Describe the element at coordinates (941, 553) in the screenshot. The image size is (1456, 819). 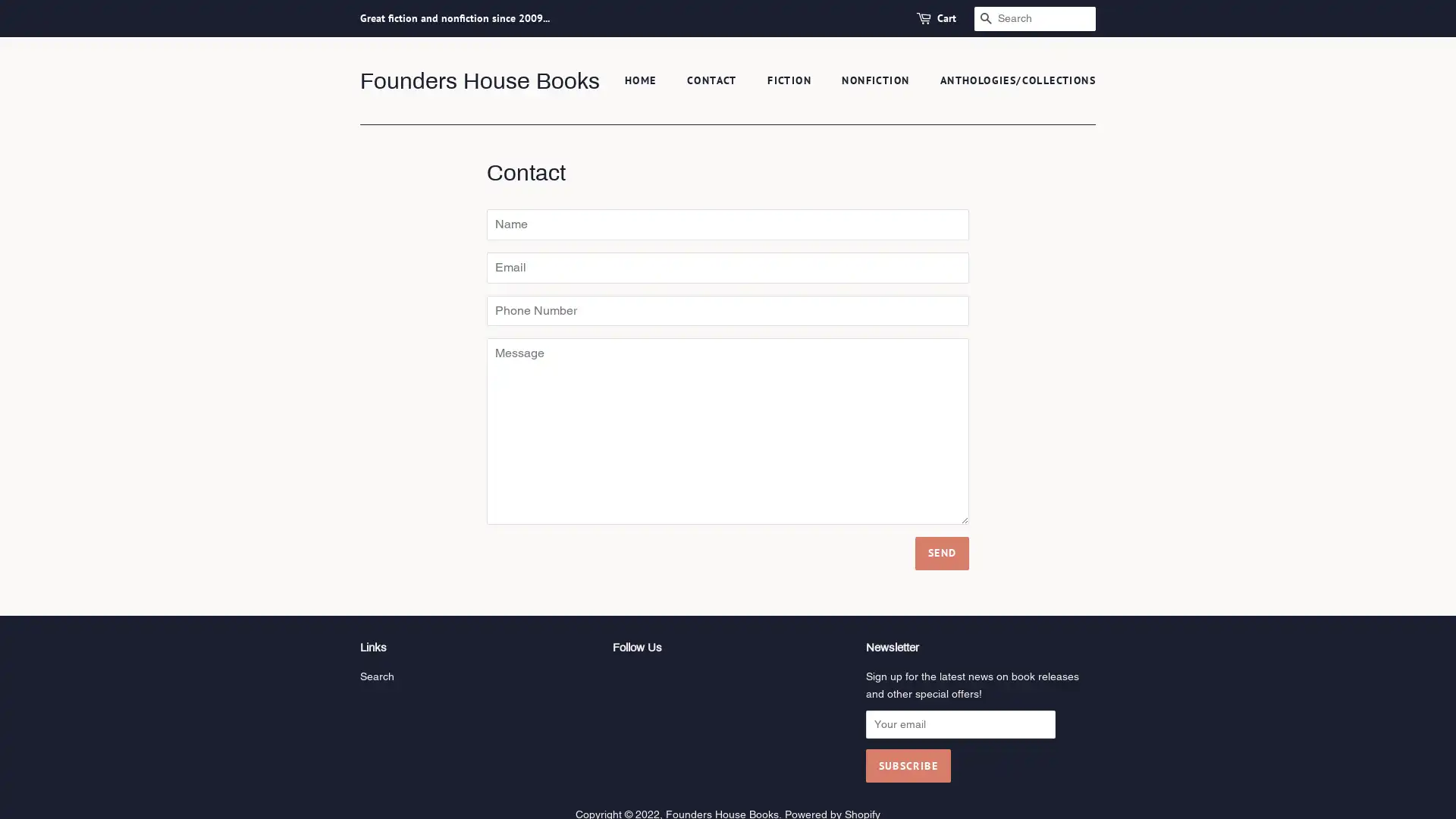
I see `Send` at that location.